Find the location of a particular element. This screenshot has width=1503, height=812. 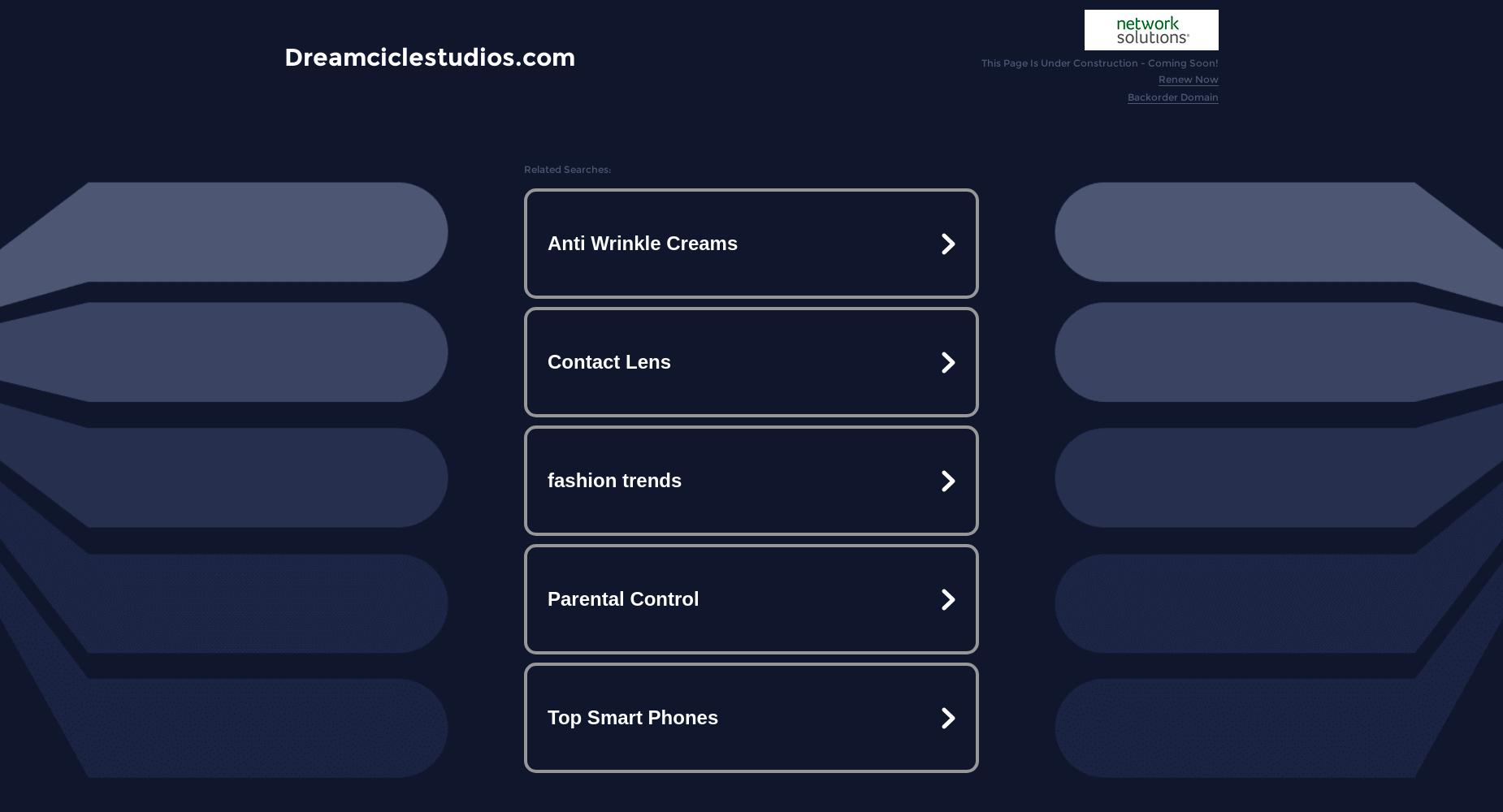

'Parental Control' is located at coordinates (623, 598).